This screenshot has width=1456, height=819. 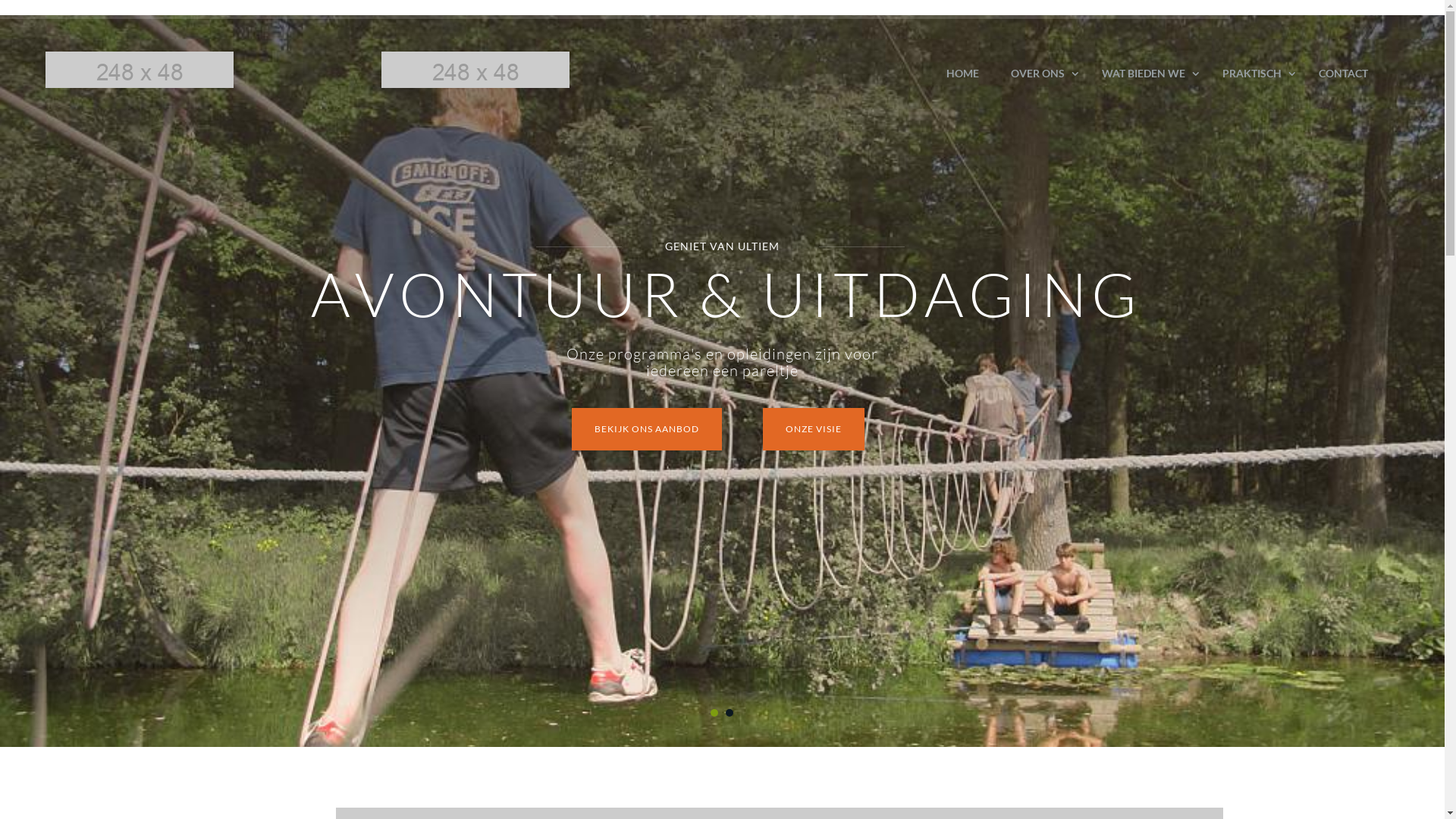 What do you see at coordinates (1302, 73) in the screenshot?
I see `'CONTACT'` at bounding box center [1302, 73].